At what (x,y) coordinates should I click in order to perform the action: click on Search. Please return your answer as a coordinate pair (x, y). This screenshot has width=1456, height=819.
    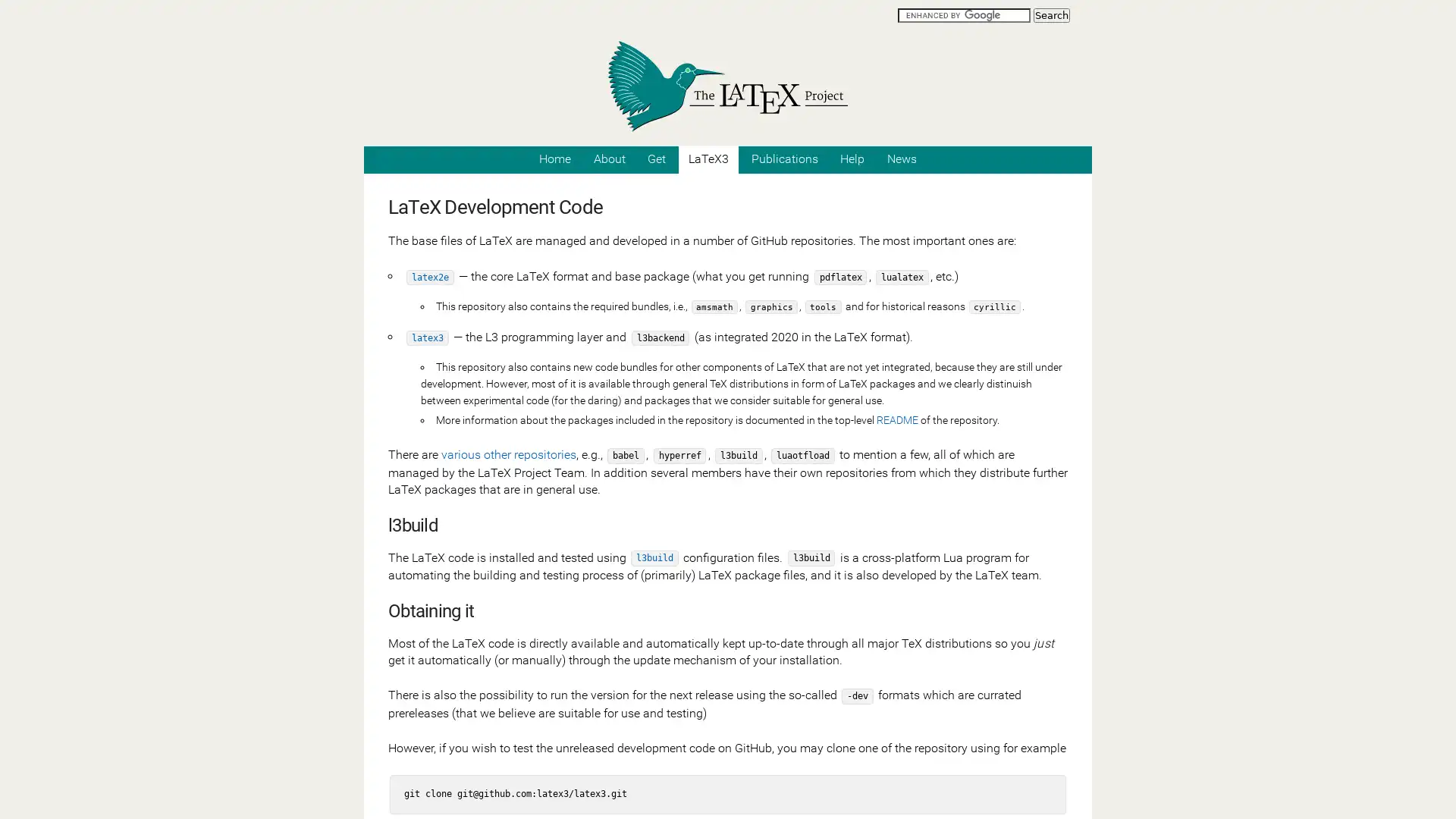
    Looking at the image, I should click on (1051, 15).